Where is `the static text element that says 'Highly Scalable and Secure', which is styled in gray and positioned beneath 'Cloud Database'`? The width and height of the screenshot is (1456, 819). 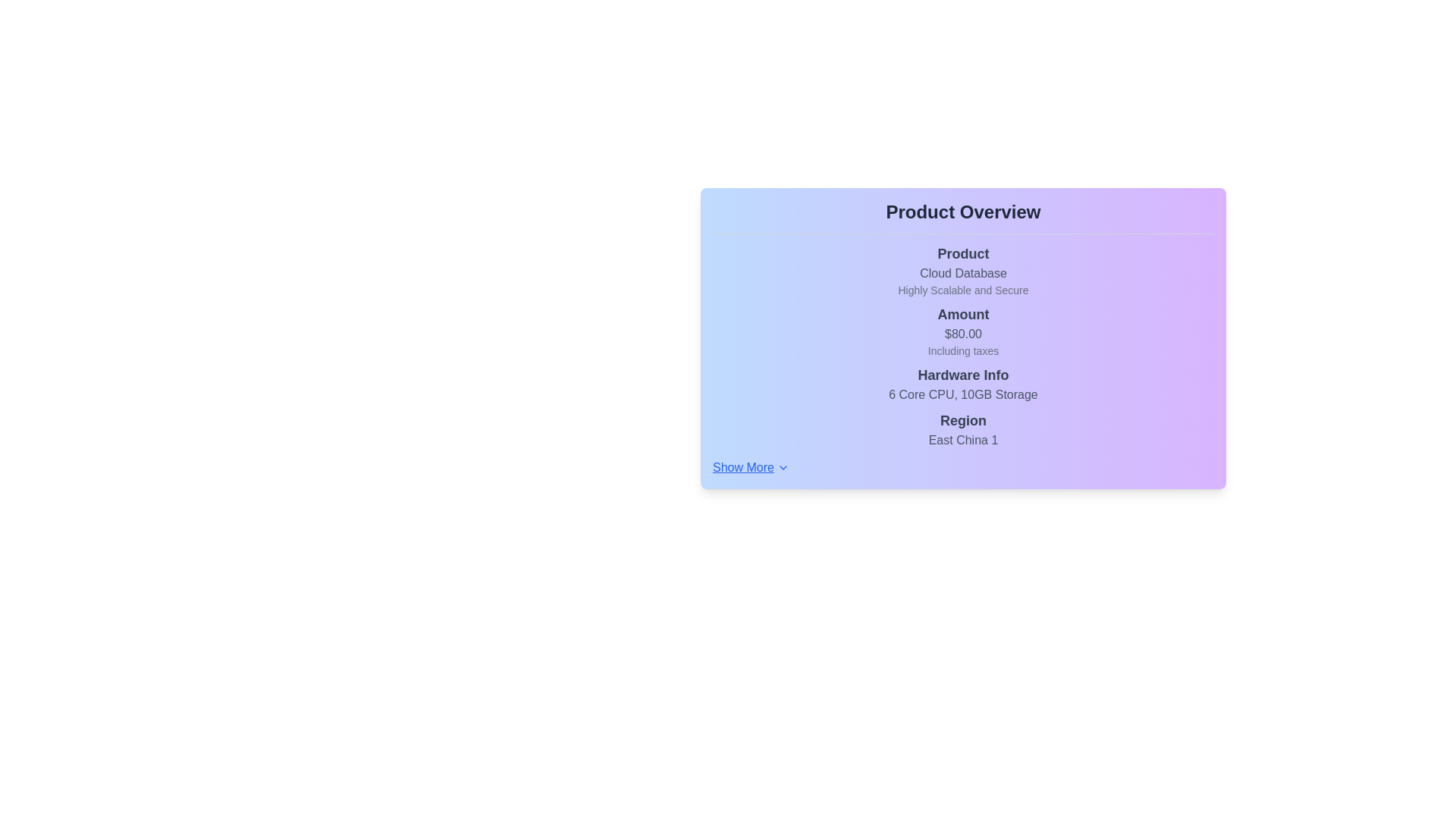
the static text element that says 'Highly Scalable and Secure', which is styled in gray and positioned beneath 'Cloud Database' is located at coordinates (962, 290).